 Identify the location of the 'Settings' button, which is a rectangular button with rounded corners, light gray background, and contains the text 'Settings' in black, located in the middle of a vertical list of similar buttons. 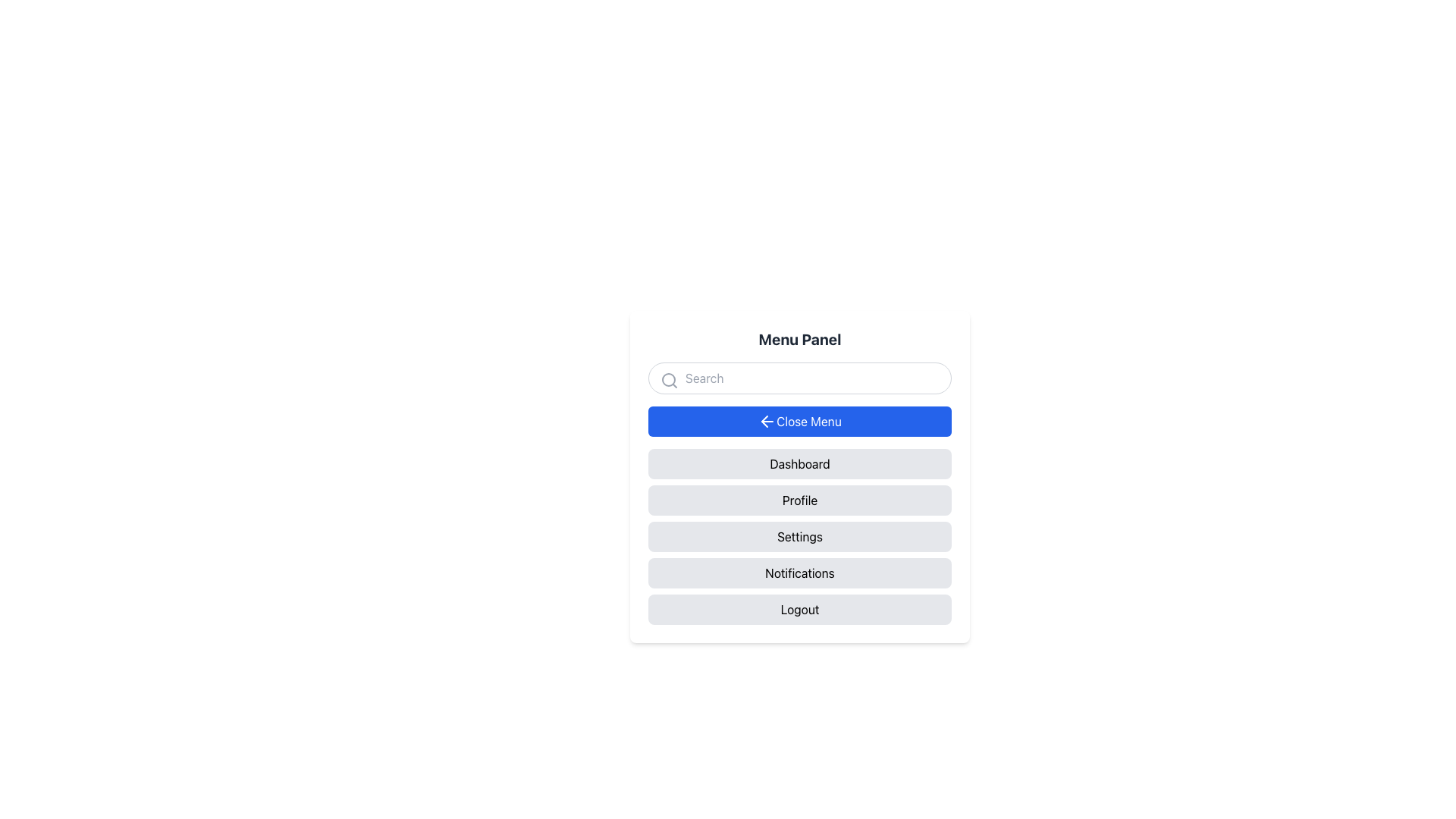
(799, 536).